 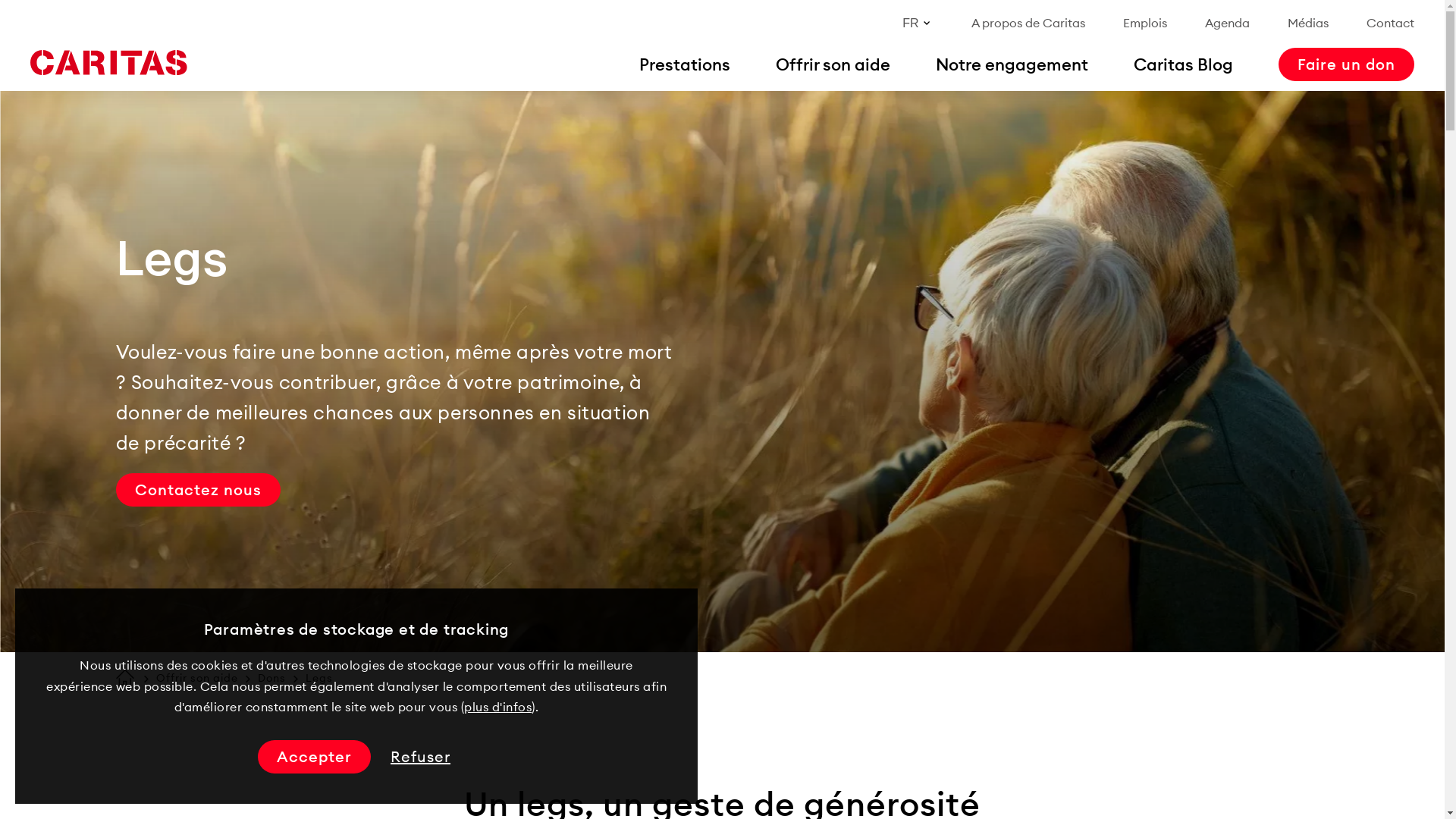 What do you see at coordinates (1145, 23) in the screenshot?
I see `'Emplois'` at bounding box center [1145, 23].